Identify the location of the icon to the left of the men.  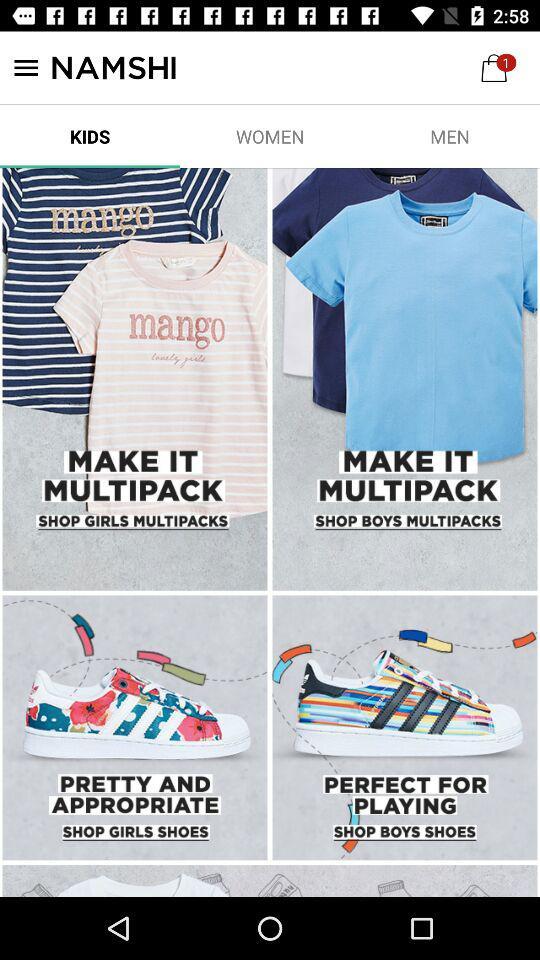
(270, 135).